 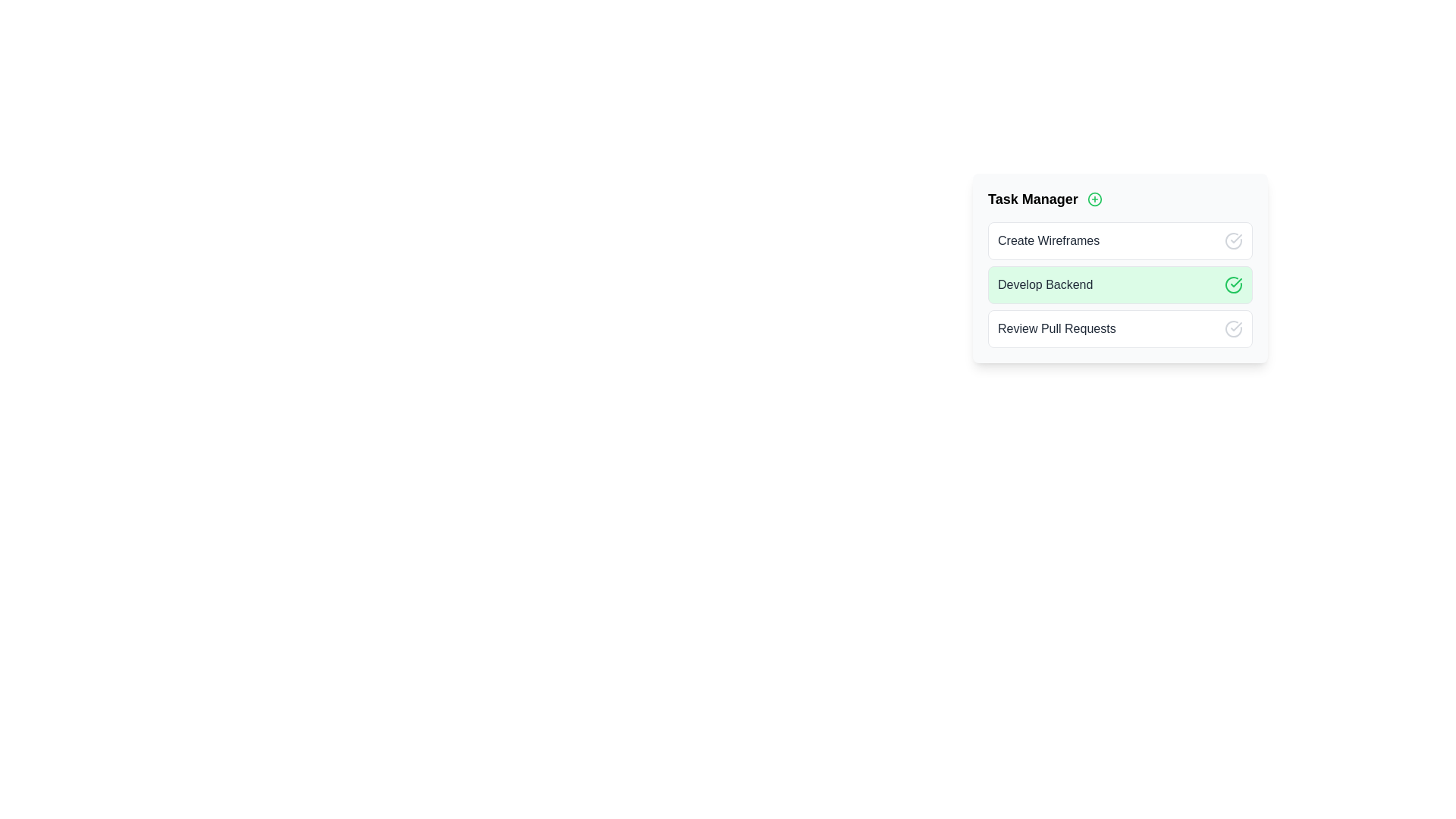 I want to click on the circular checkbox icon with a green checkmark, so click(x=1234, y=284).